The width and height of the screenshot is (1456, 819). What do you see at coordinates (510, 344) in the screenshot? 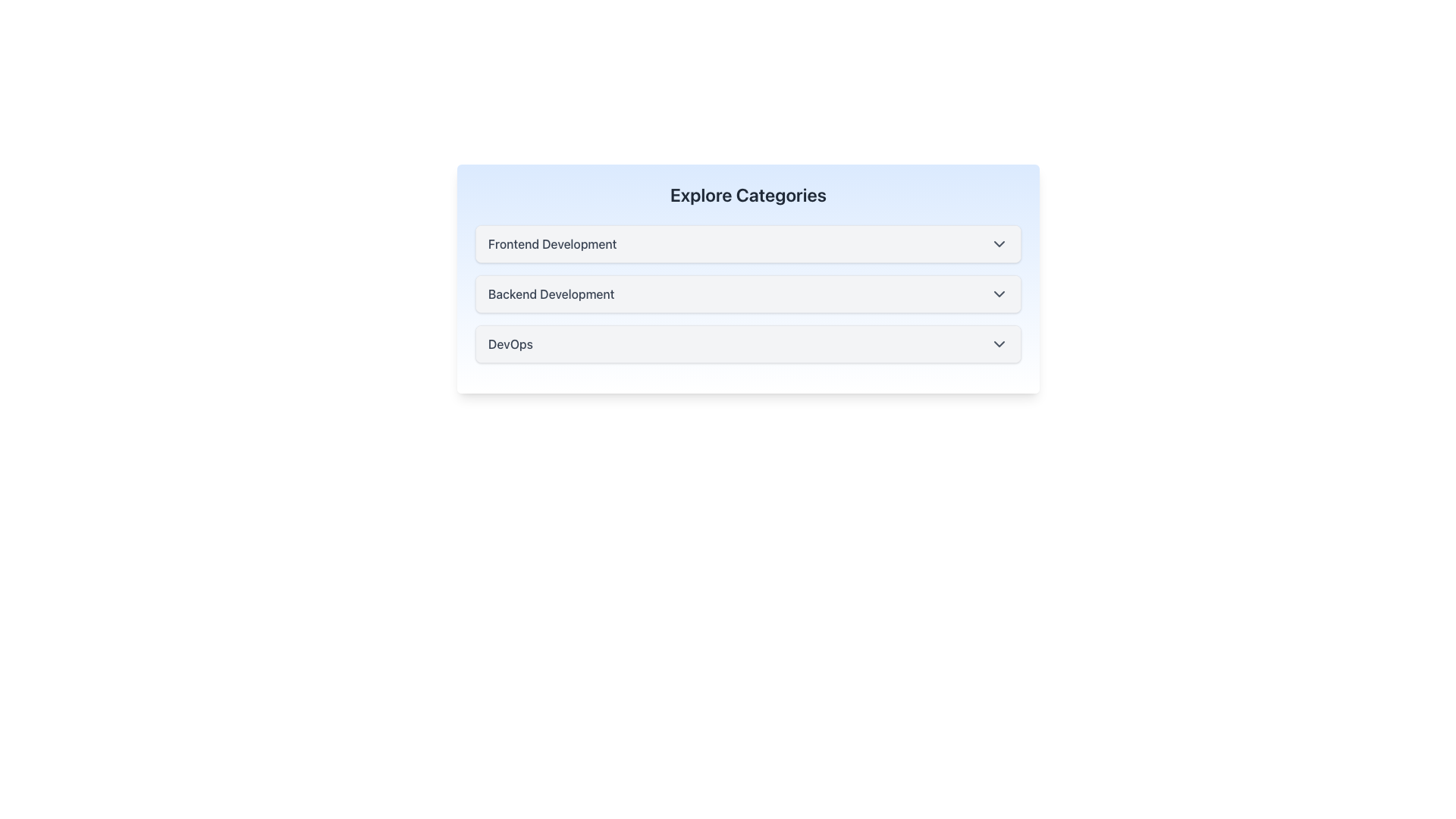
I see `the text label displaying 'DevOps', which is styled with a medium font weight and gray color, located in the left portion of the third item in a vertically arranged list of category headers` at bounding box center [510, 344].